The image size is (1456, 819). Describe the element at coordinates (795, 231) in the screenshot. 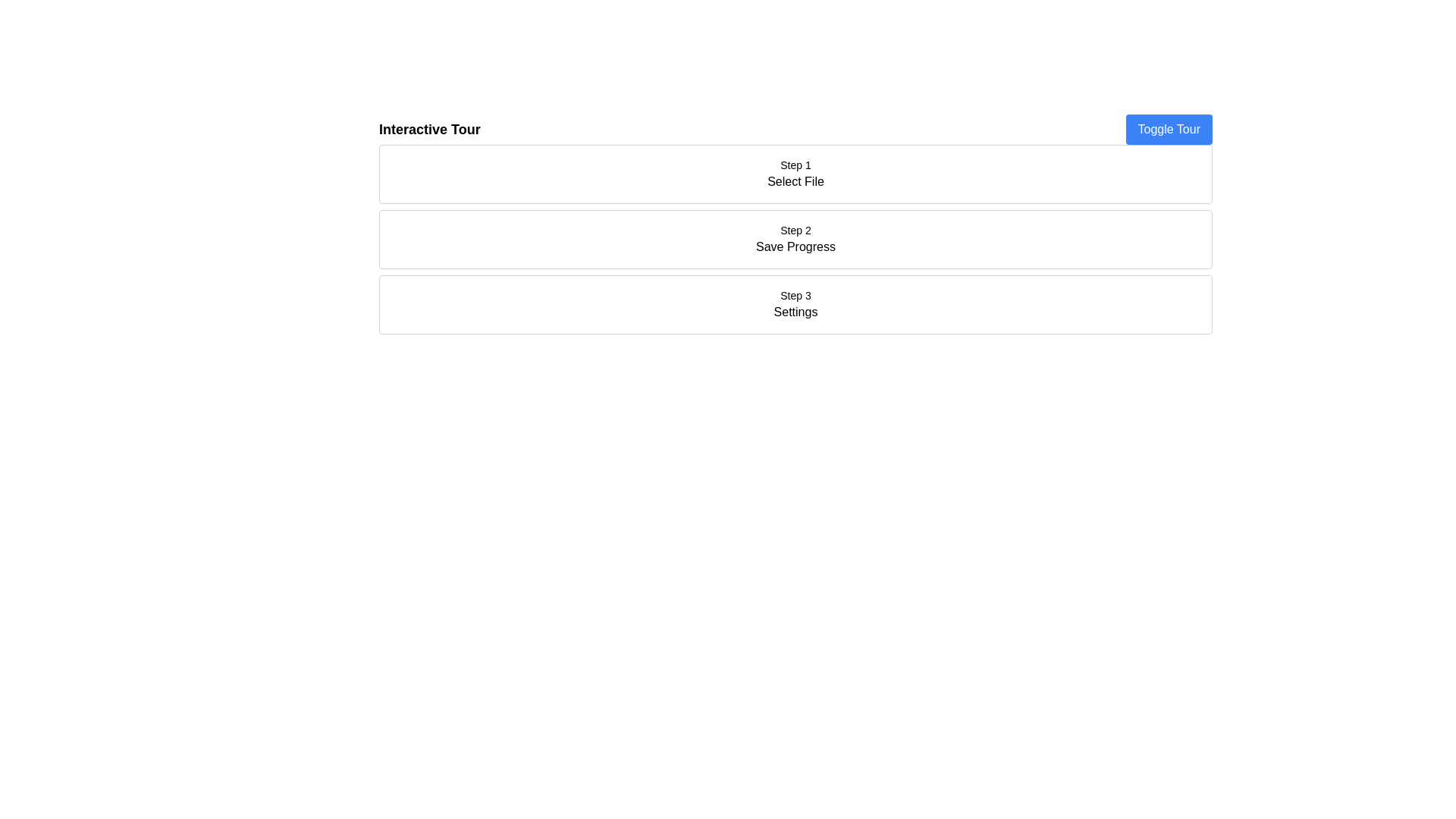

I see `the text label displaying 'Step 2' in the second section of a sequential step layout` at that location.